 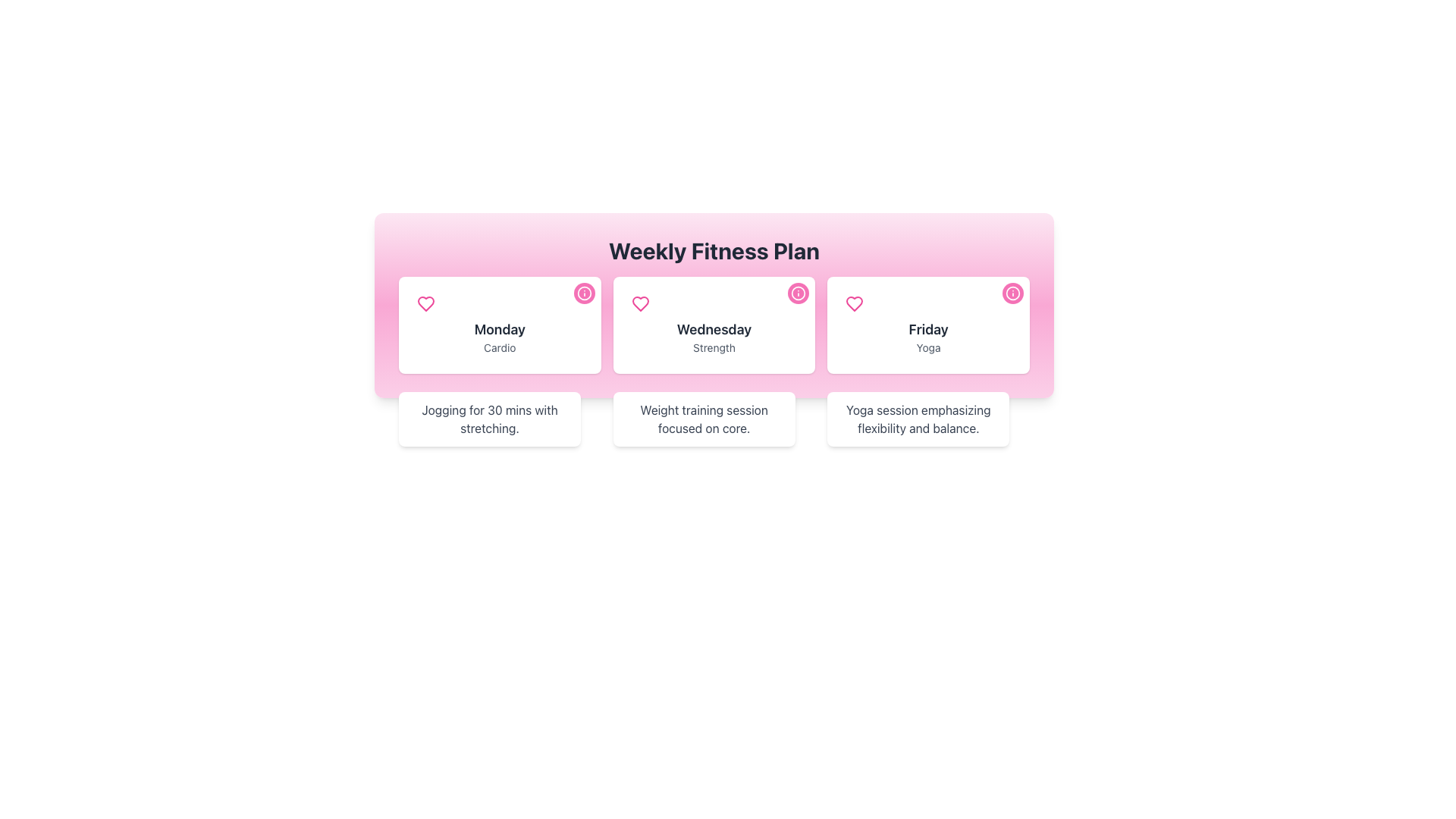 What do you see at coordinates (713, 348) in the screenshot?
I see `the text label that reads 'Strength', which is styled in a smaller gray font and positioned below the 'Wednesday' title in the central card of the Weekly Fitness Plan` at bounding box center [713, 348].